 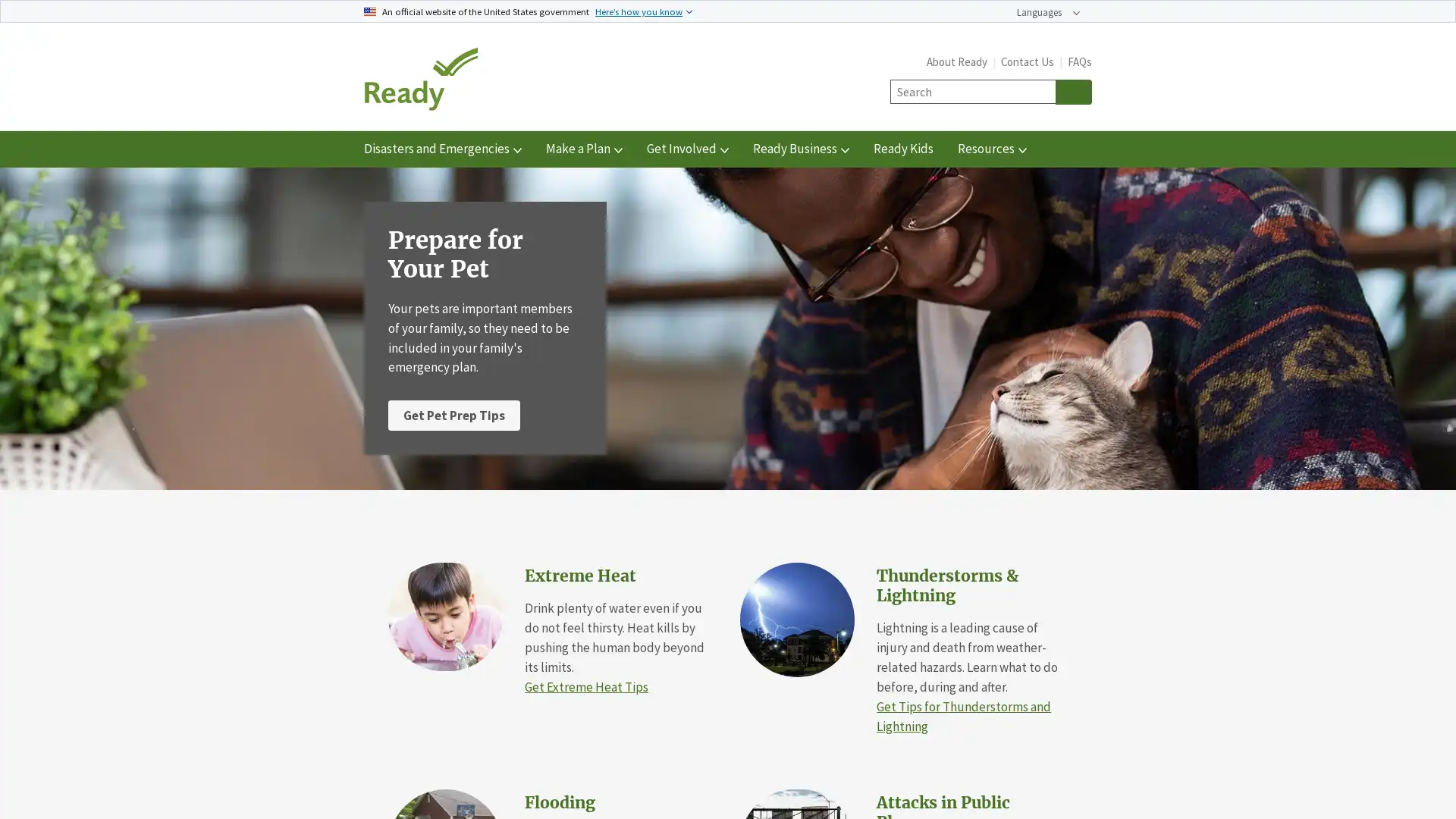 What do you see at coordinates (687, 149) in the screenshot?
I see `Get Involved` at bounding box center [687, 149].